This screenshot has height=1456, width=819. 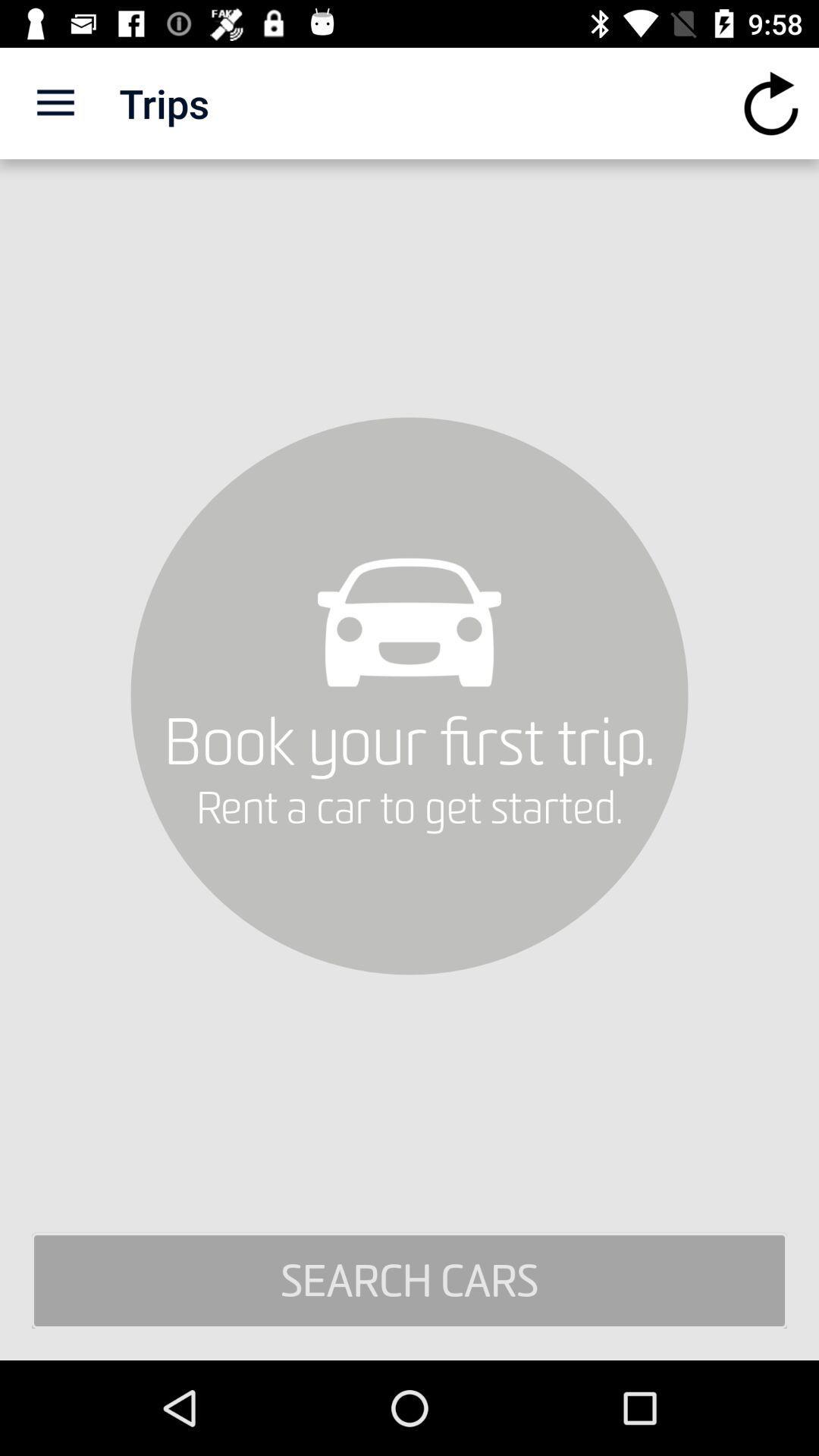 What do you see at coordinates (771, 102) in the screenshot?
I see `the item above the search cars icon` at bounding box center [771, 102].